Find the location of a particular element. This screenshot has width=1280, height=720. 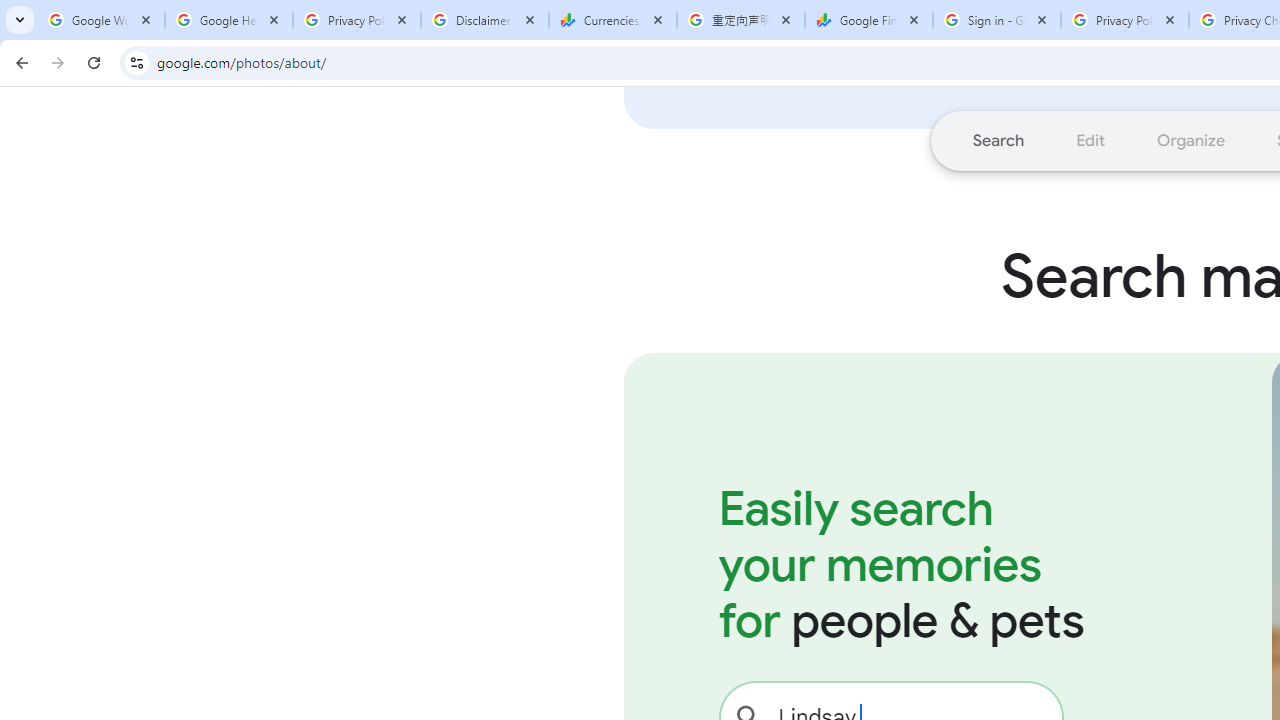

'Currencies - Google Finance' is located at coordinates (612, 20).